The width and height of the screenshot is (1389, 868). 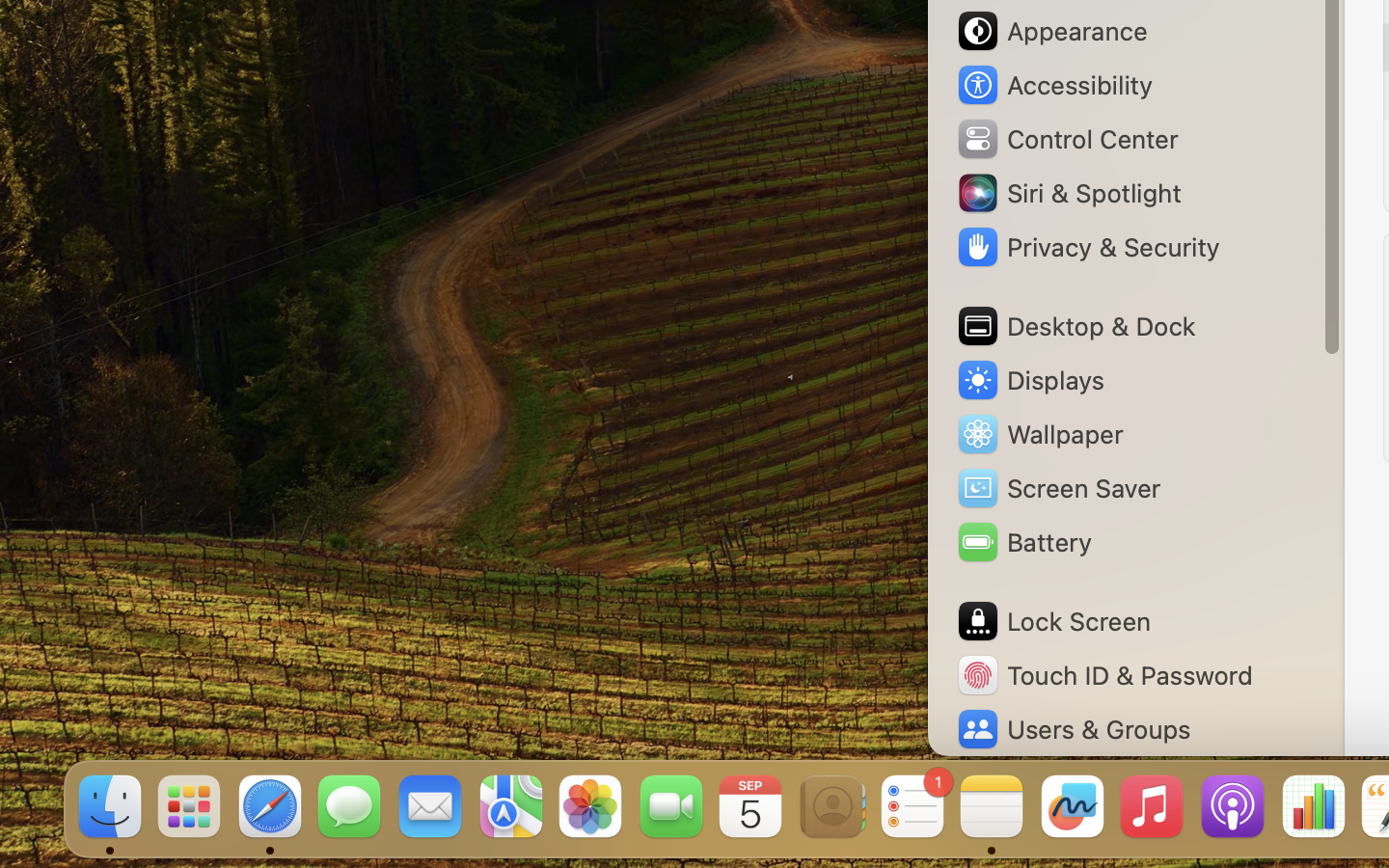 I want to click on 'Lock Screen', so click(x=1051, y=621).